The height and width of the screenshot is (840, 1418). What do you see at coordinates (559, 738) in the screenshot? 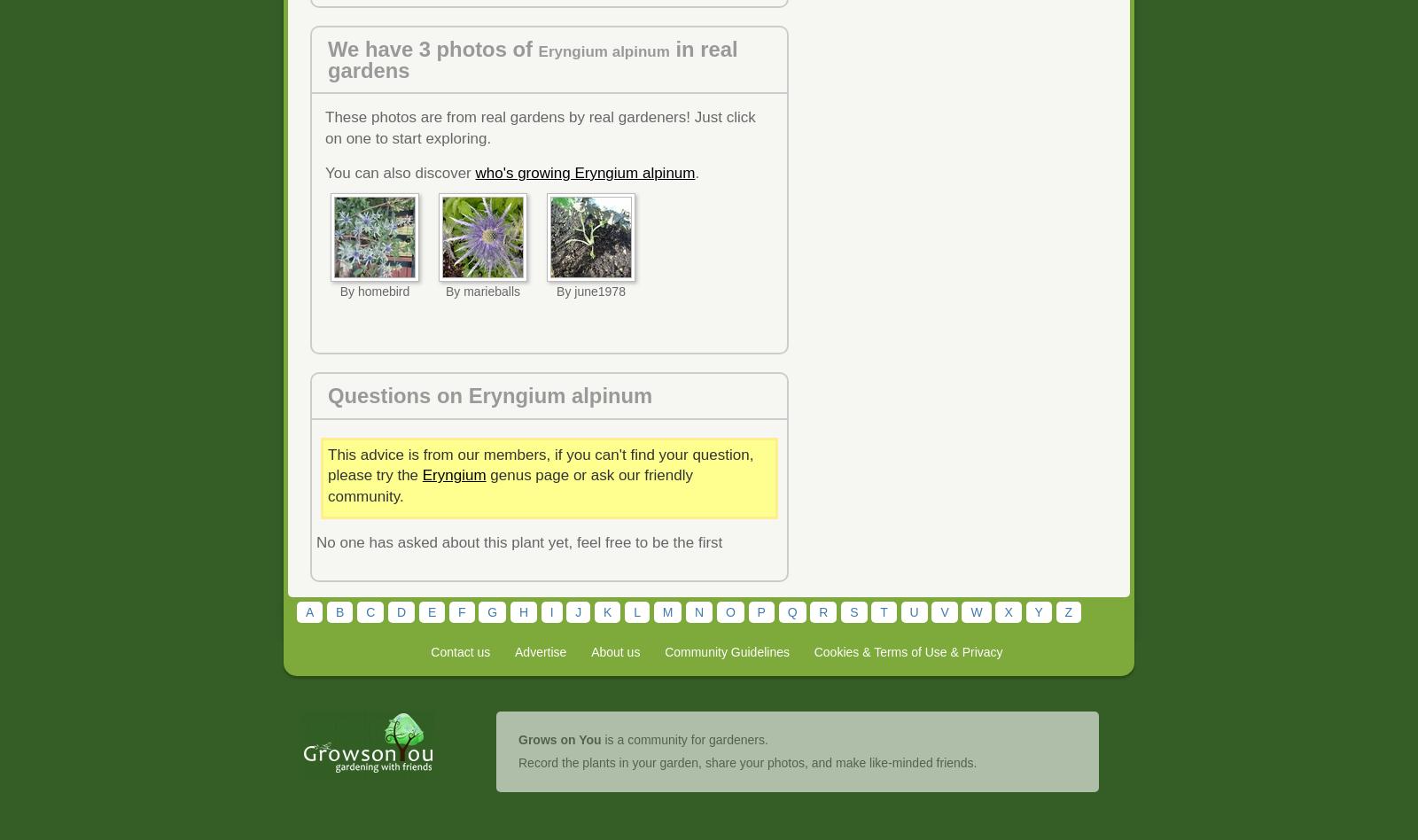
I see `'Grows on You'` at bounding box center [559, 738].